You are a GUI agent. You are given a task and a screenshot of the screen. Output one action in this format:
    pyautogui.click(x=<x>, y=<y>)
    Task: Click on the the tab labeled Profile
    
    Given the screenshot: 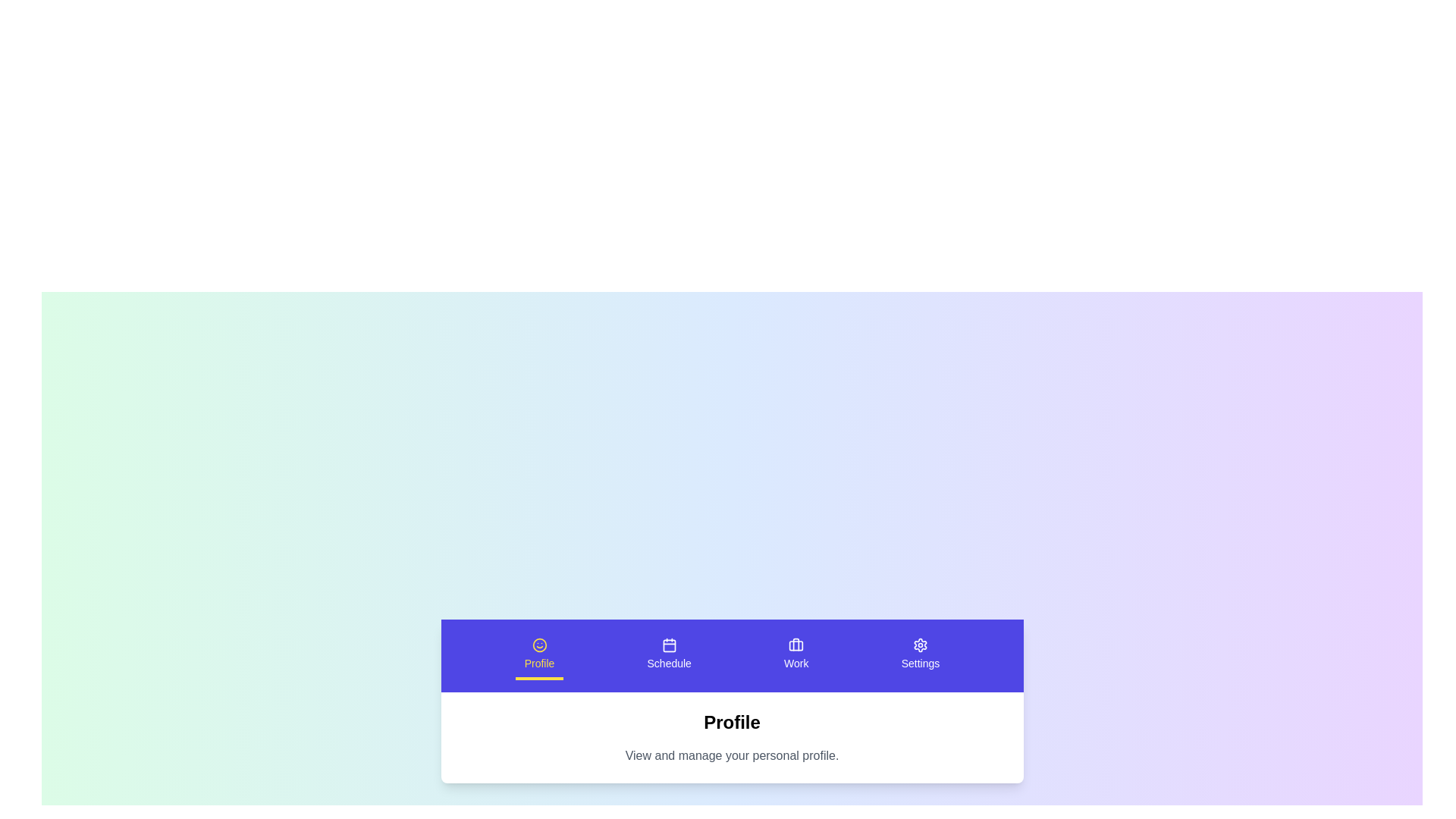 What is the action you would take?
    pyautogui.click(x=539, y=654)
    